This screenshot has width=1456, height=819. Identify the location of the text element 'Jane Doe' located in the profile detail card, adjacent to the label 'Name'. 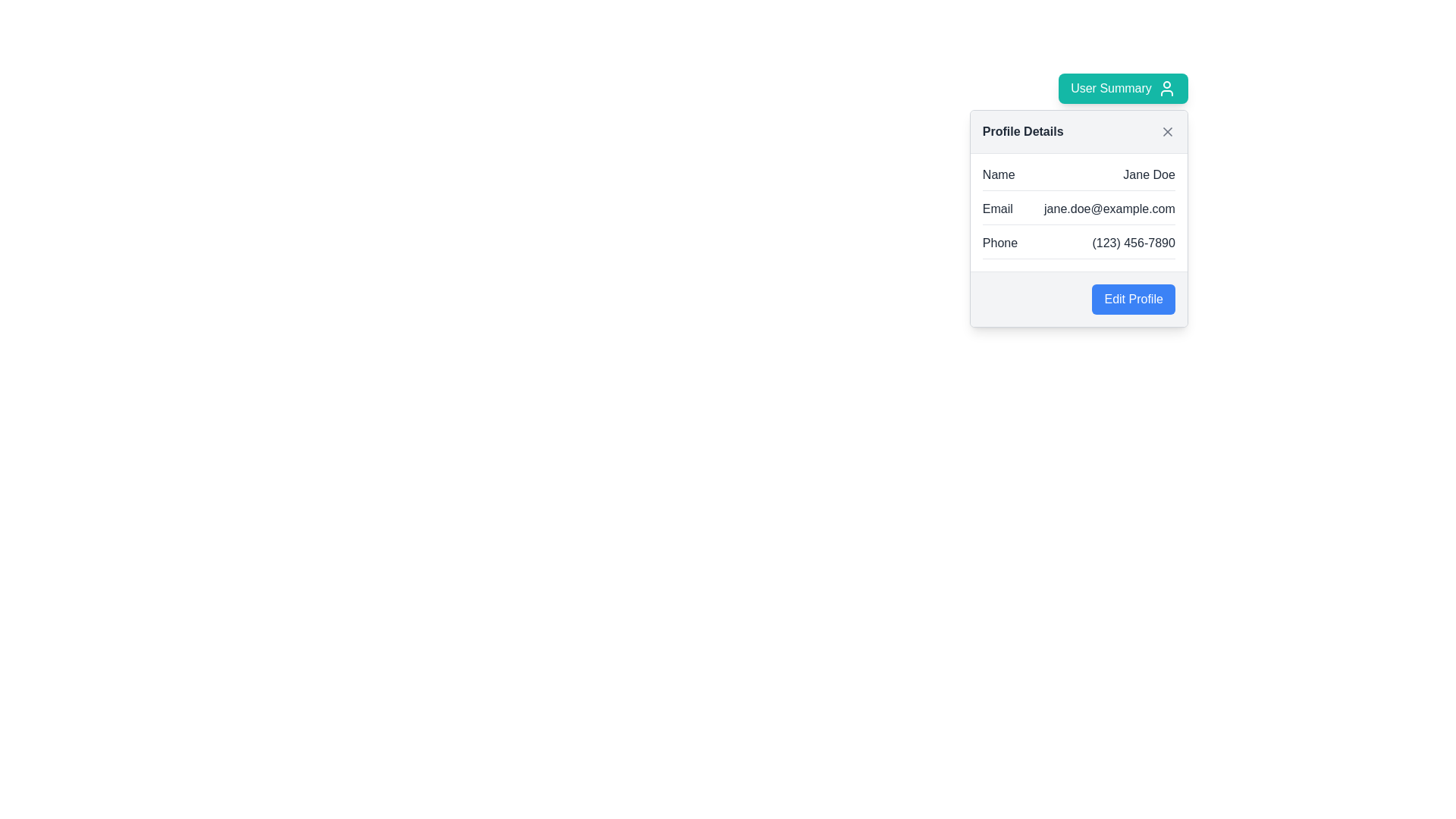
(1149, 174).